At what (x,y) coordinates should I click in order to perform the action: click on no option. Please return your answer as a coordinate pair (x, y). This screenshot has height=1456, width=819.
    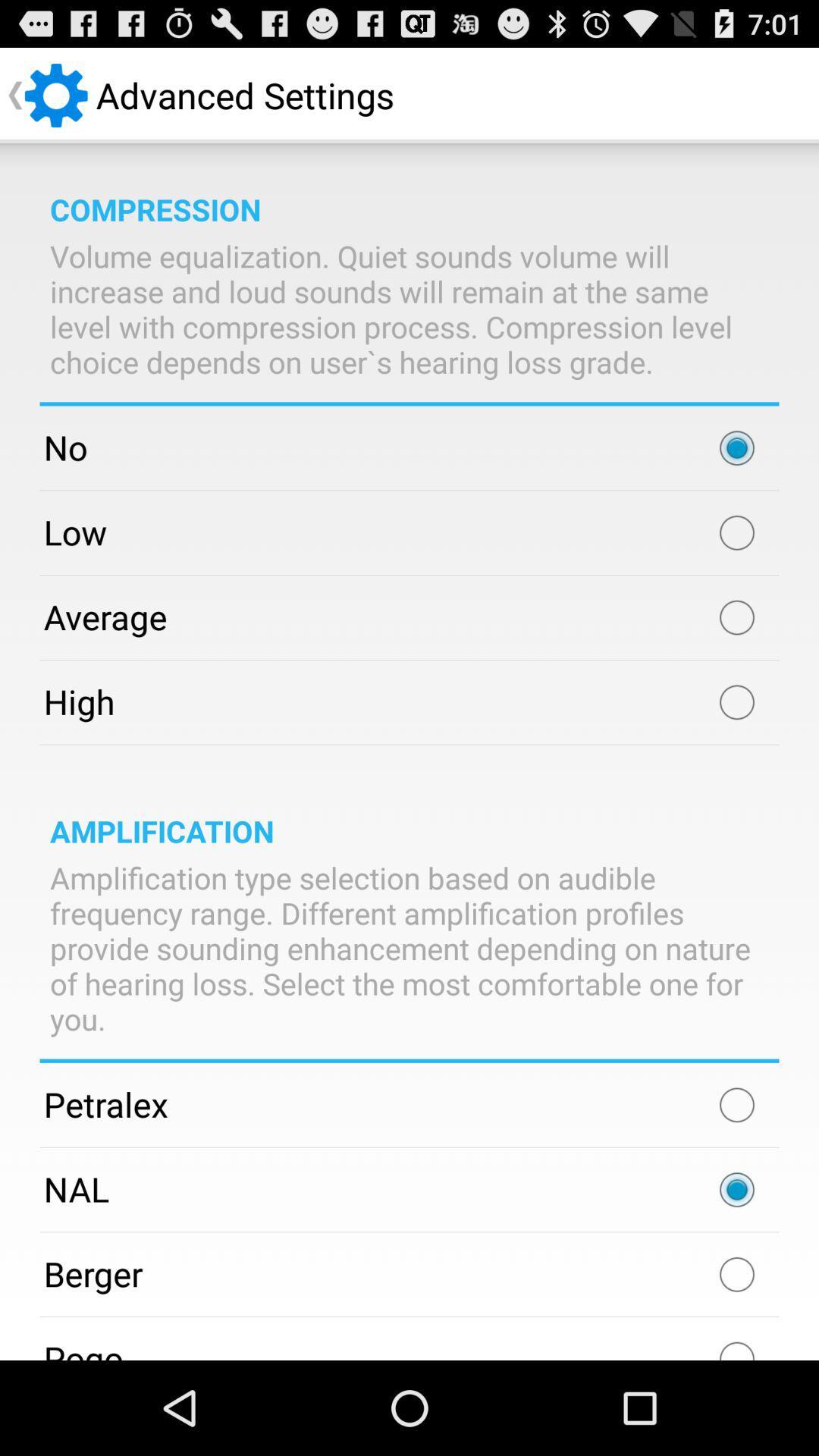
    Looking at the image, I should click on (736, 447).